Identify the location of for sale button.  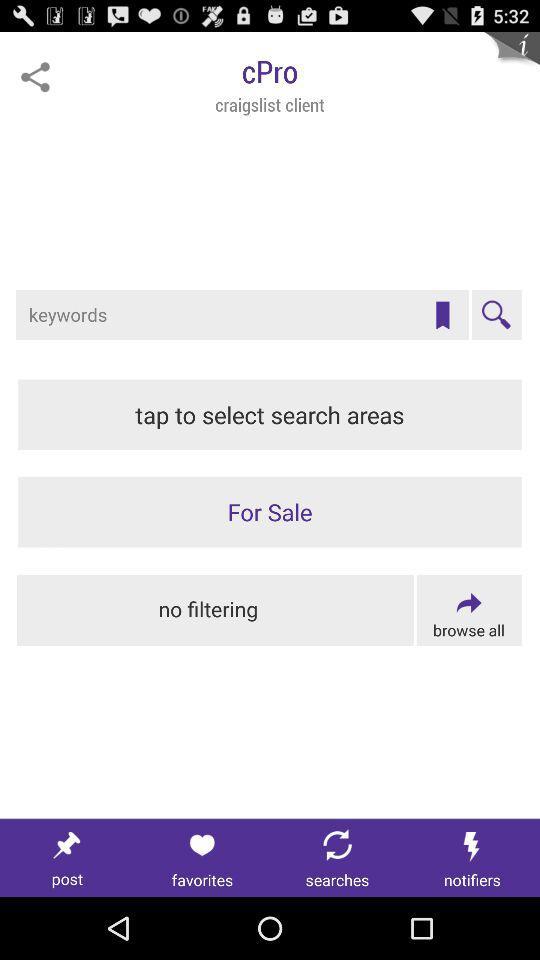
(270, 511).